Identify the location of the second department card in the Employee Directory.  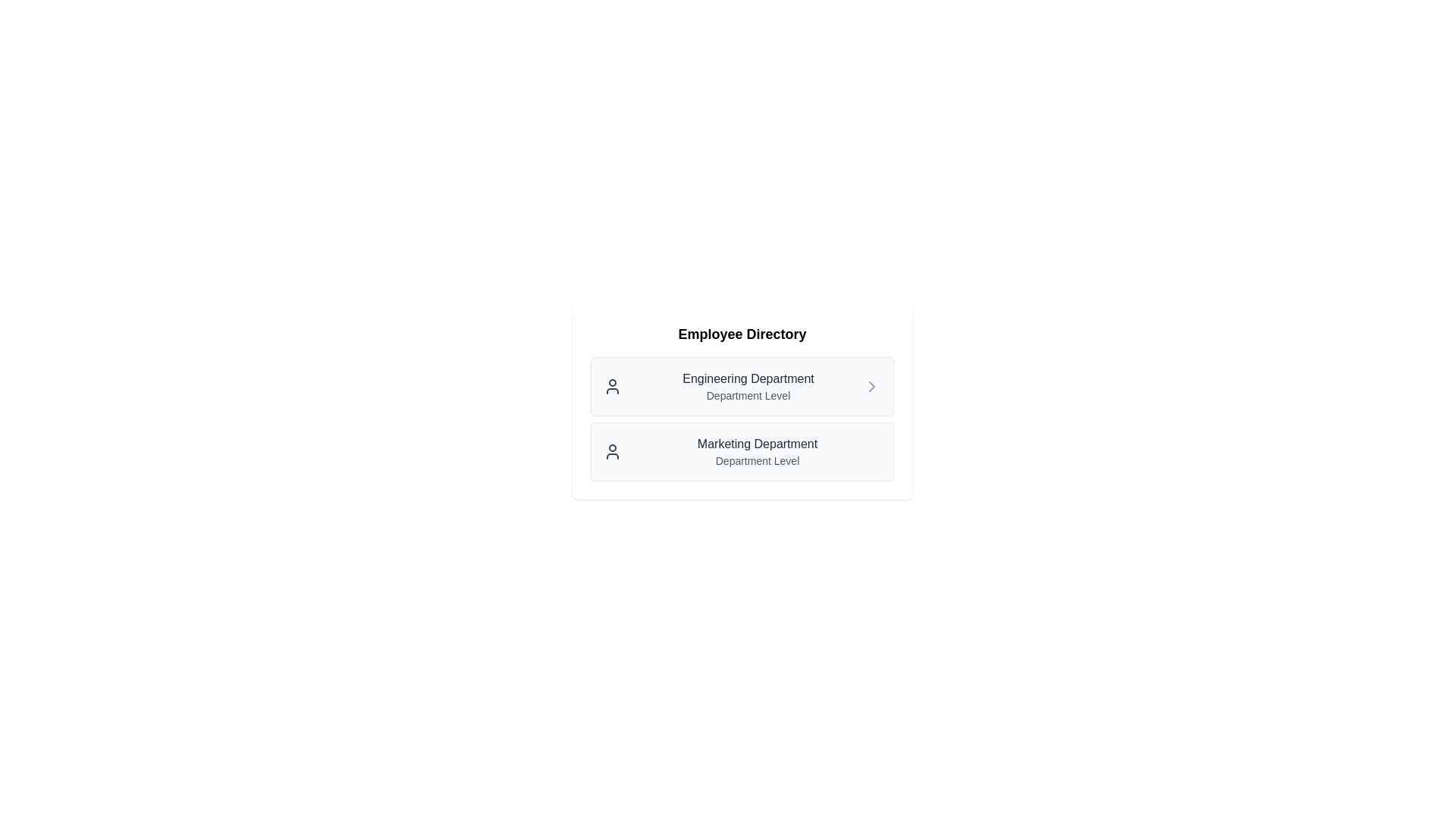
(742, 419).